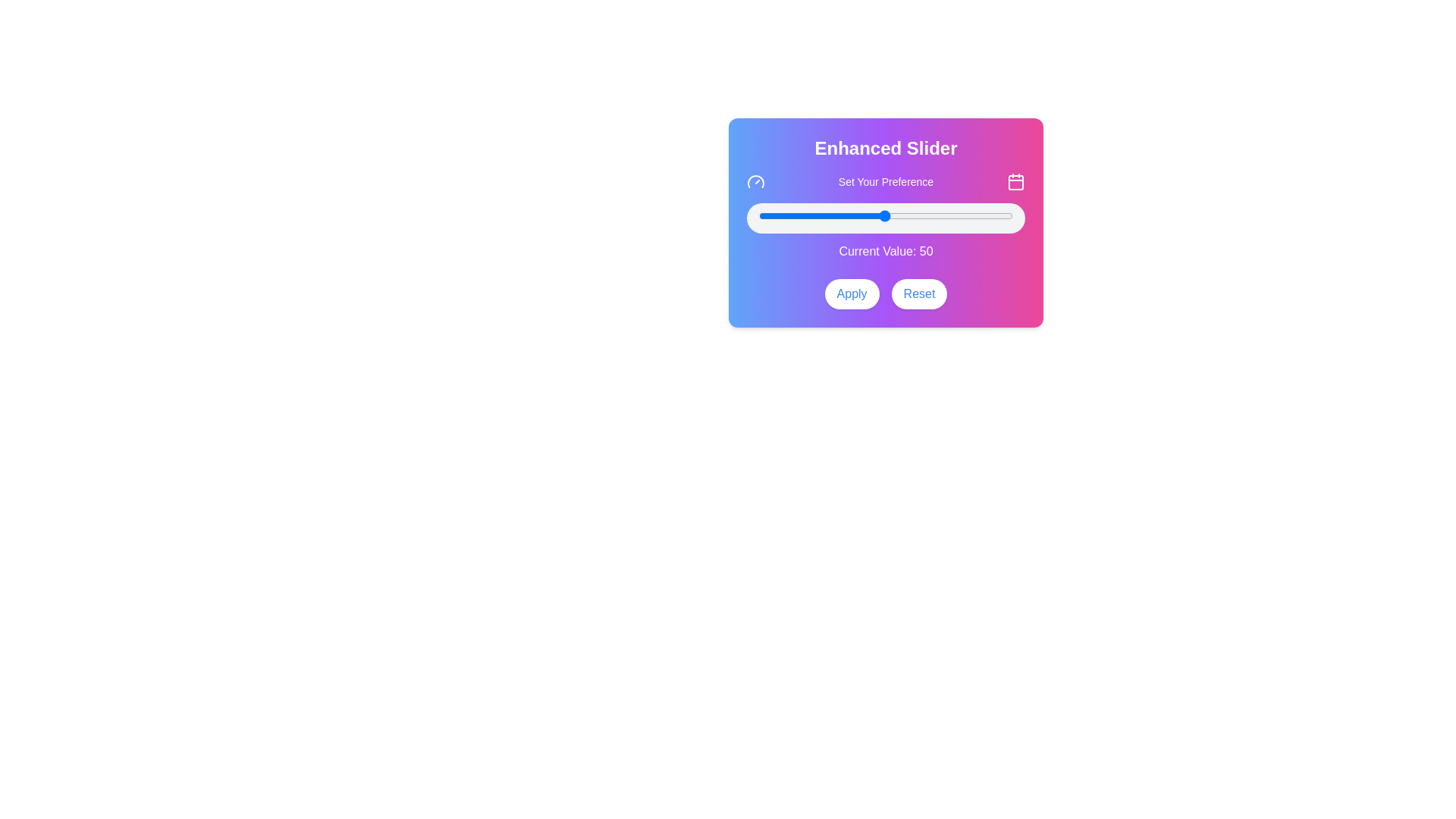 This screenshot has height=819, width=1456. What do you see at coordinates (814, 216) in the screenshot?
I see `the slider` at bounding box center [814, 216].